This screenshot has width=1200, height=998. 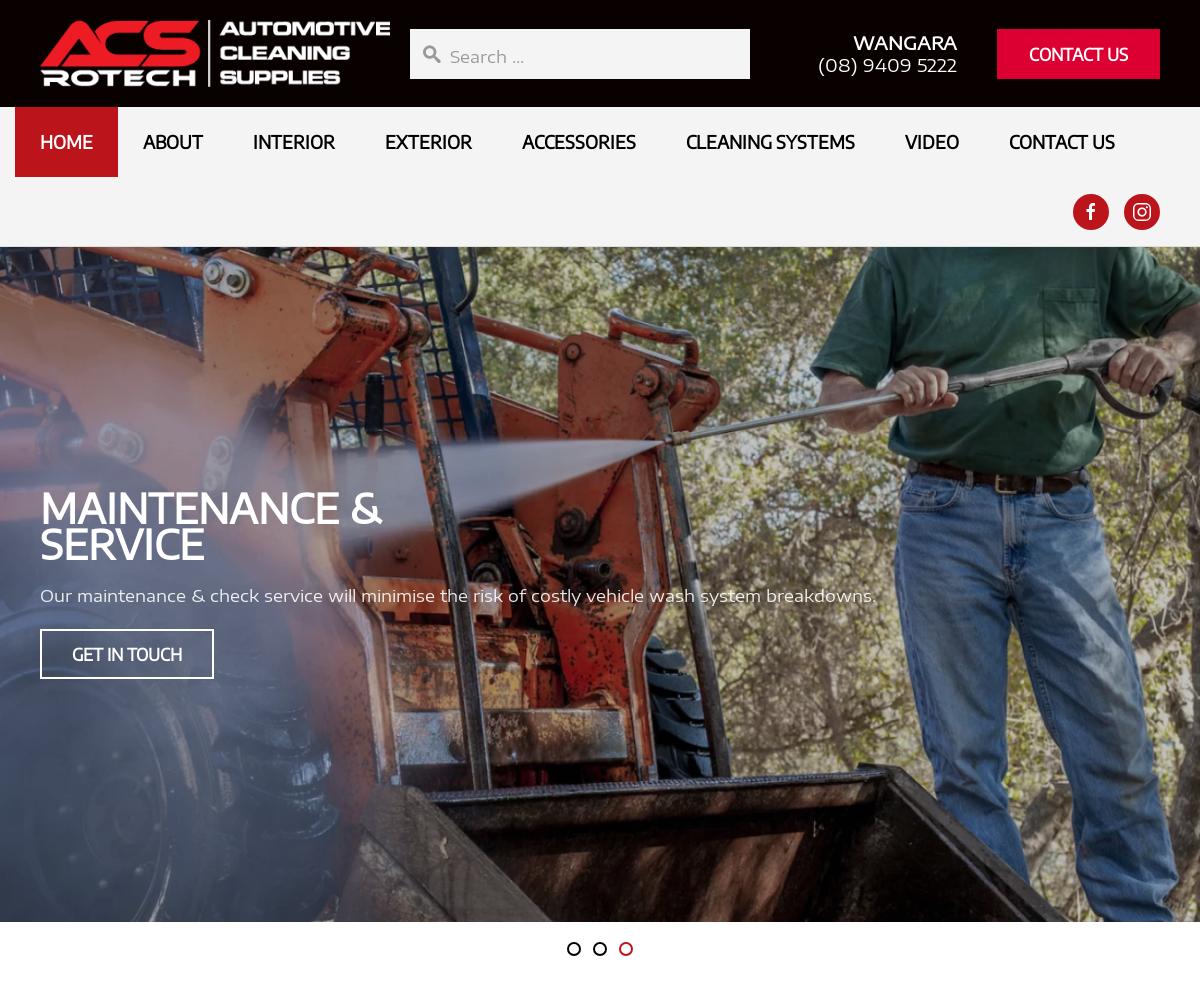 What do you see at coordinates (905, 41) in the screenshot?
I see `'Wangara'` at bounding box center [905, 41].